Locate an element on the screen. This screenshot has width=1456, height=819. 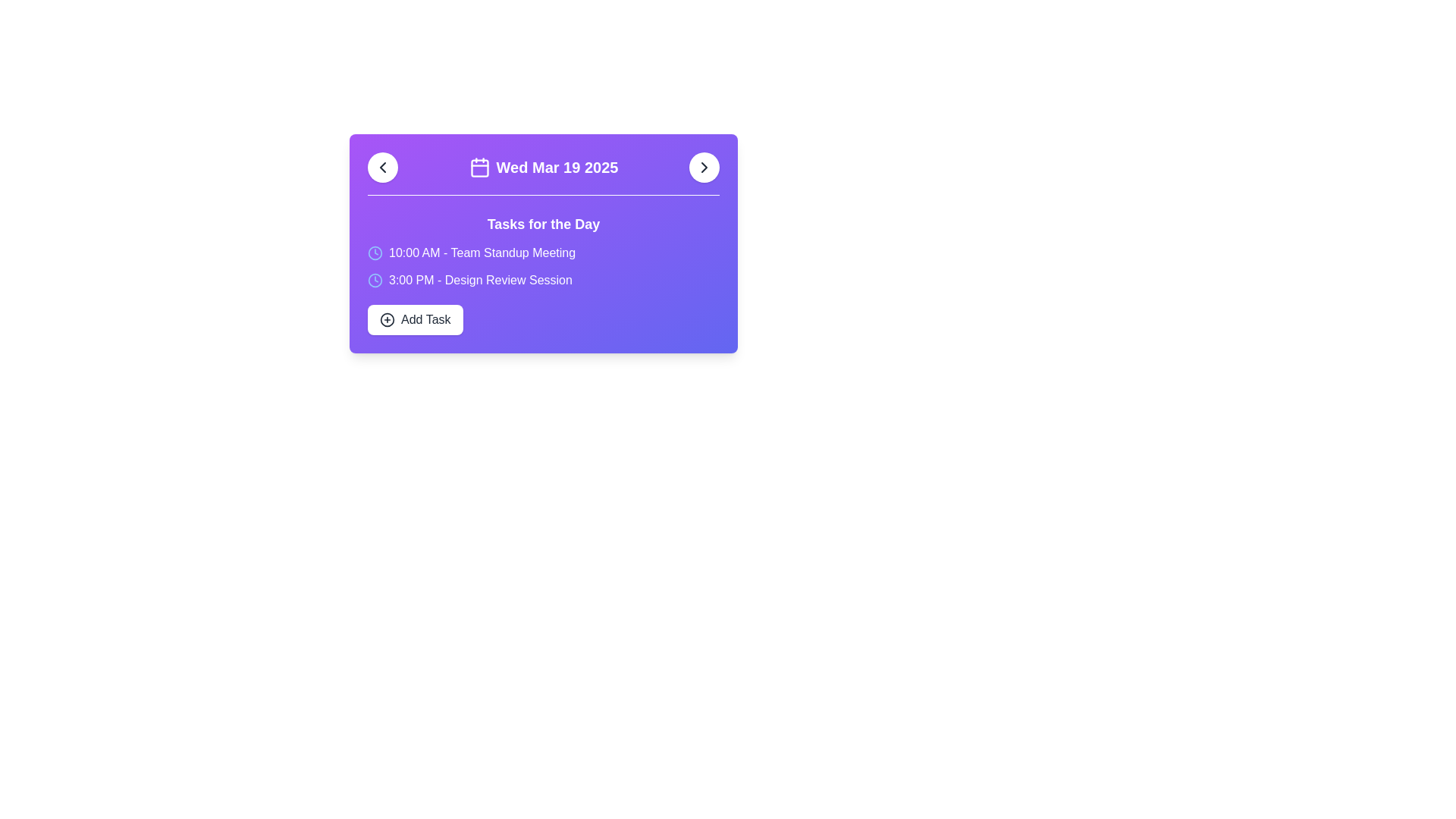
the scheduled task or meeting time and description element located in the first row of the 'Tasks for the Day' section, which informs the user about the activity occurring at 10:00 AM is located at coordinates (543, 253).